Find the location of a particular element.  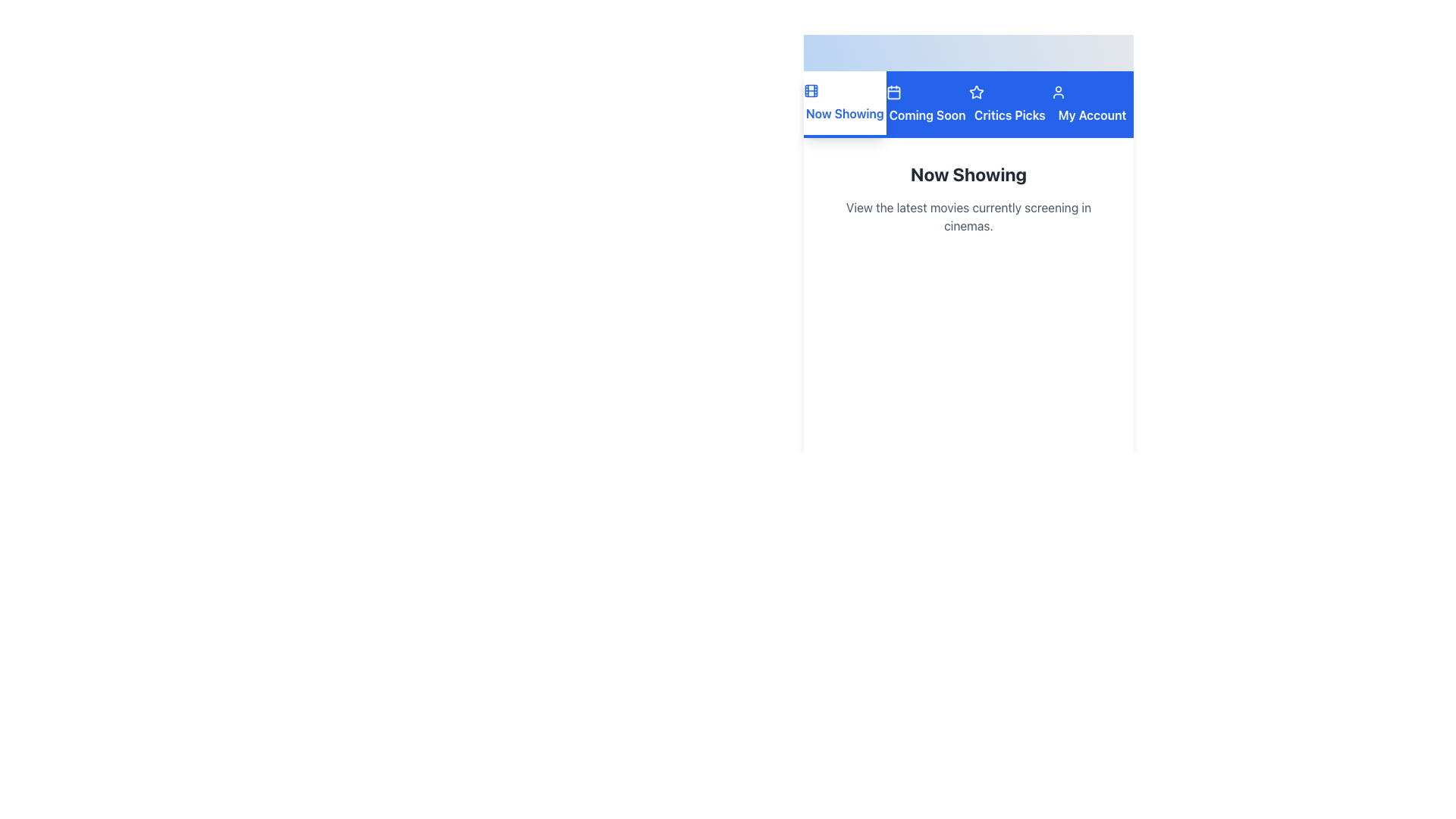

the 'Critics Picks' icon located is located at coordinates (975, 91).